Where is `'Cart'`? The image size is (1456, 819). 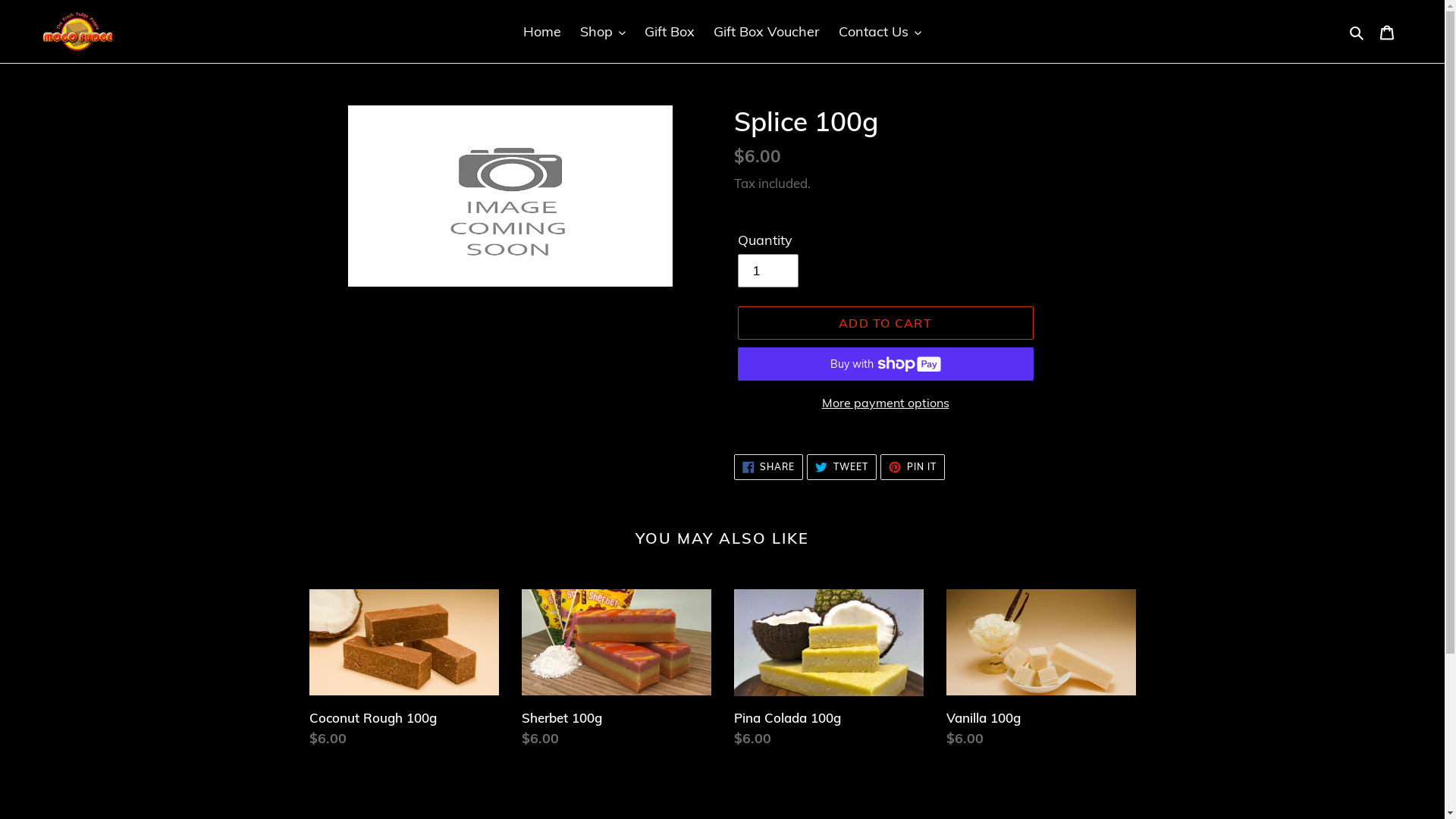
'Cart' is located at coordinates (1386, 31).